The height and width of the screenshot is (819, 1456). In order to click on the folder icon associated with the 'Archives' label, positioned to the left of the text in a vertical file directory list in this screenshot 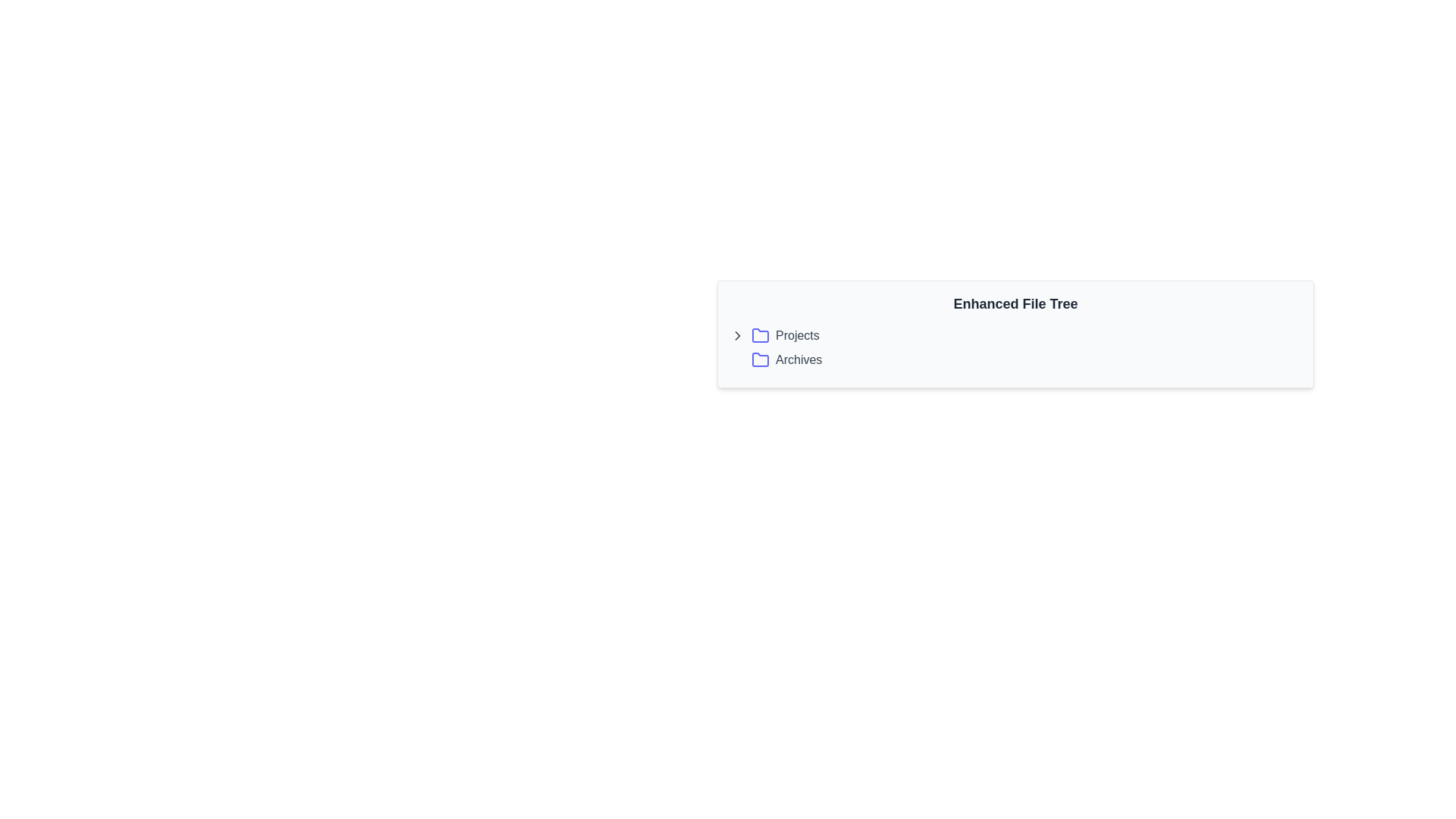, I will do `click(761, 359)`.